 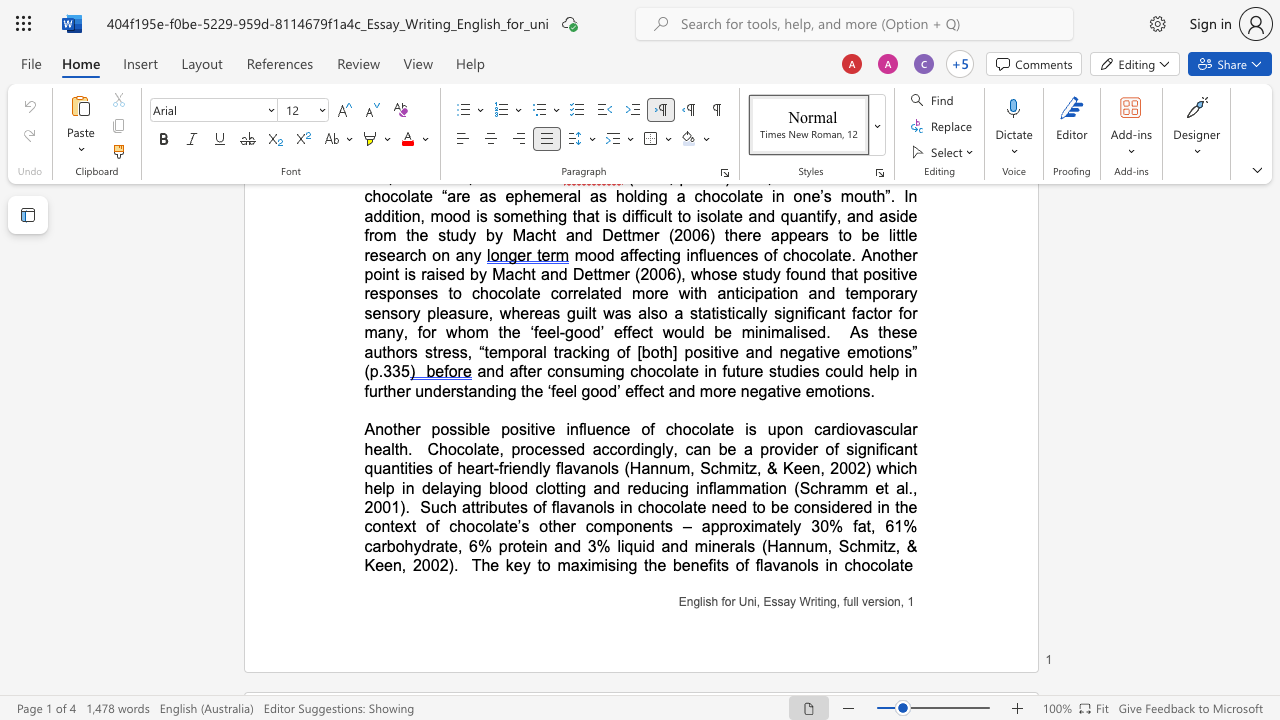 I want to click on the space between the continuous character "u" and "l" in the text, so click(x=897, y=428).